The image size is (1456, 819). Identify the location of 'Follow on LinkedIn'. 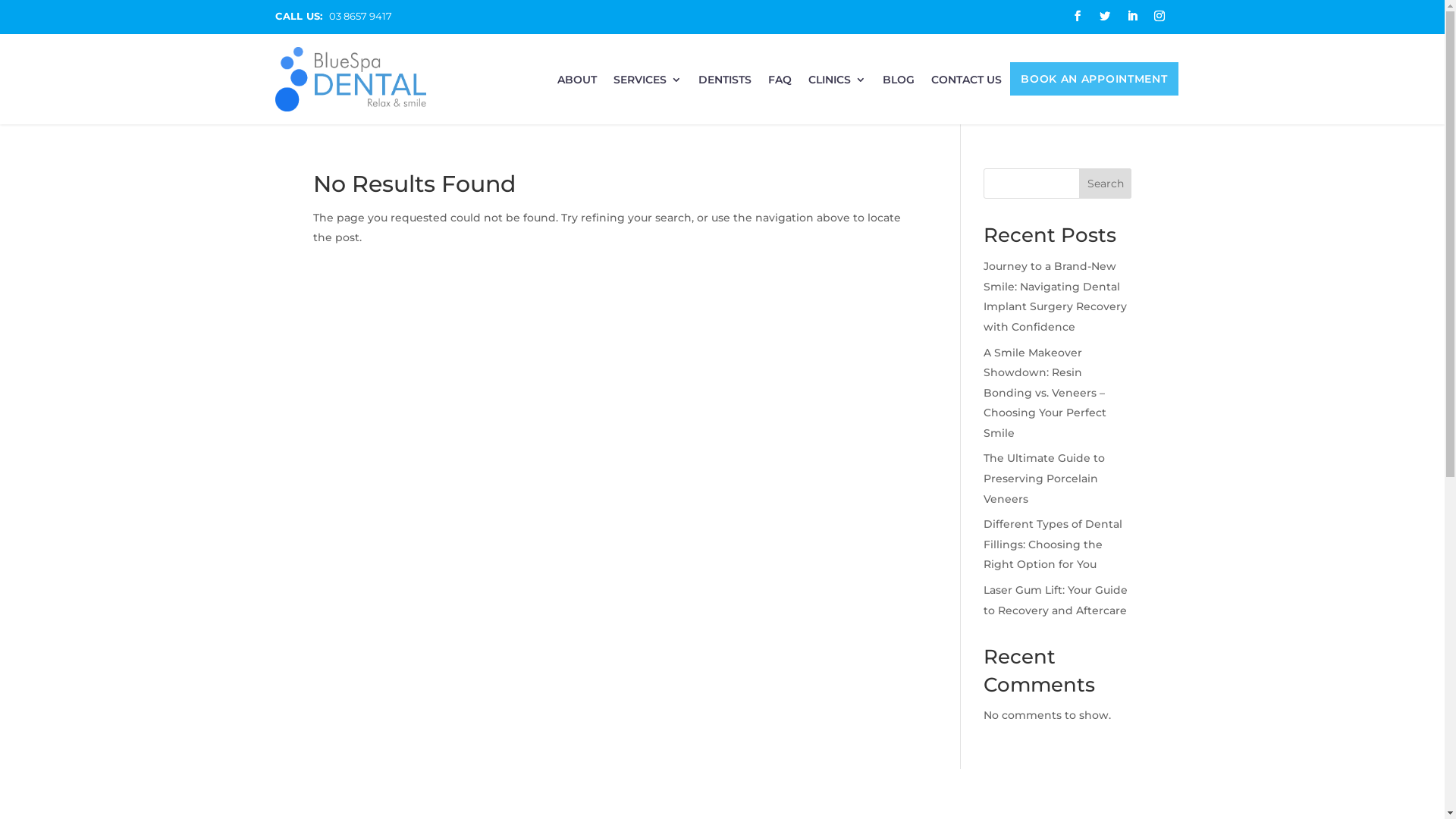
(1131, 15).